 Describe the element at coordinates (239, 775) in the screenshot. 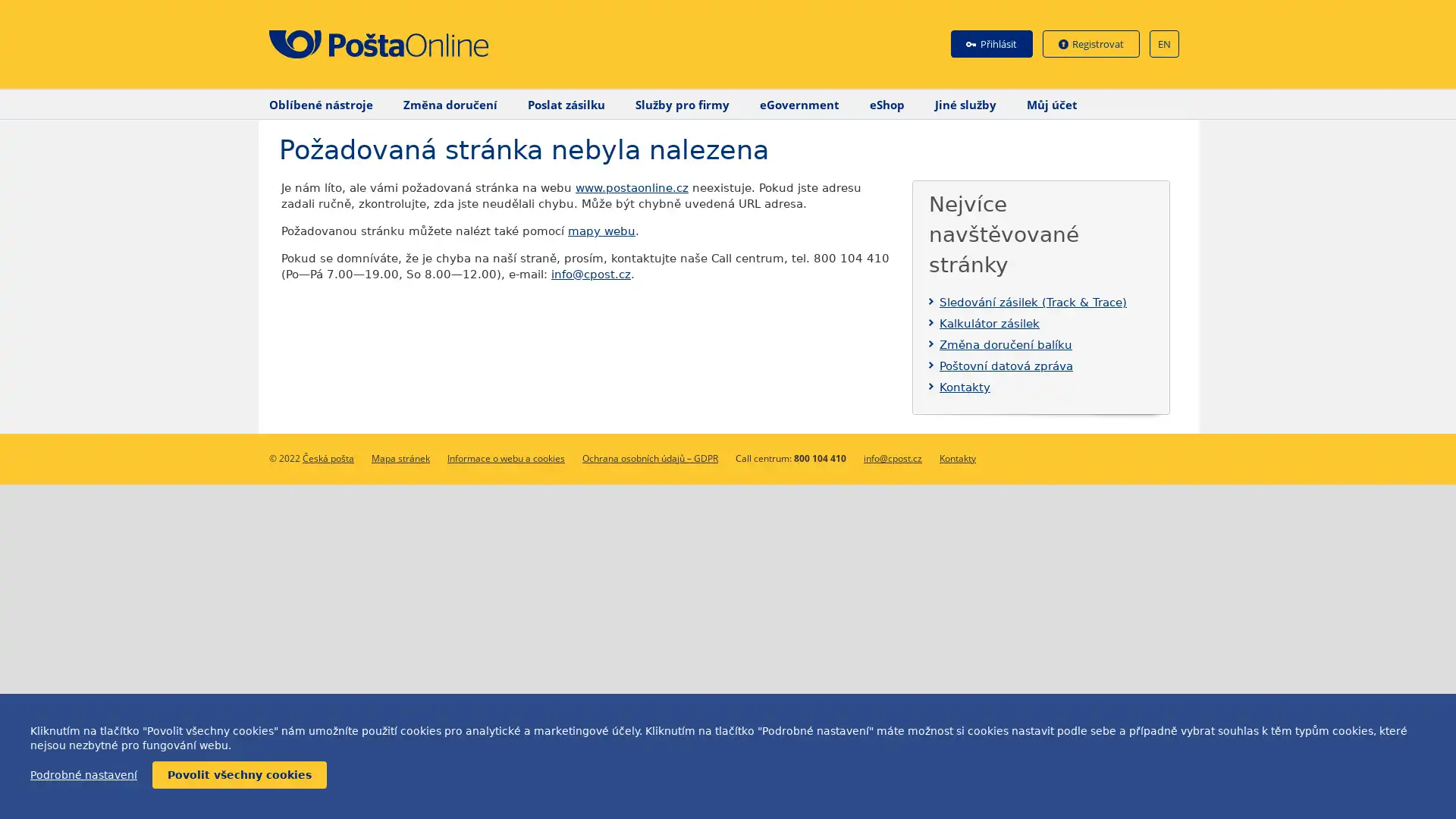

I see `Povolit vsechny cookies` at that location.